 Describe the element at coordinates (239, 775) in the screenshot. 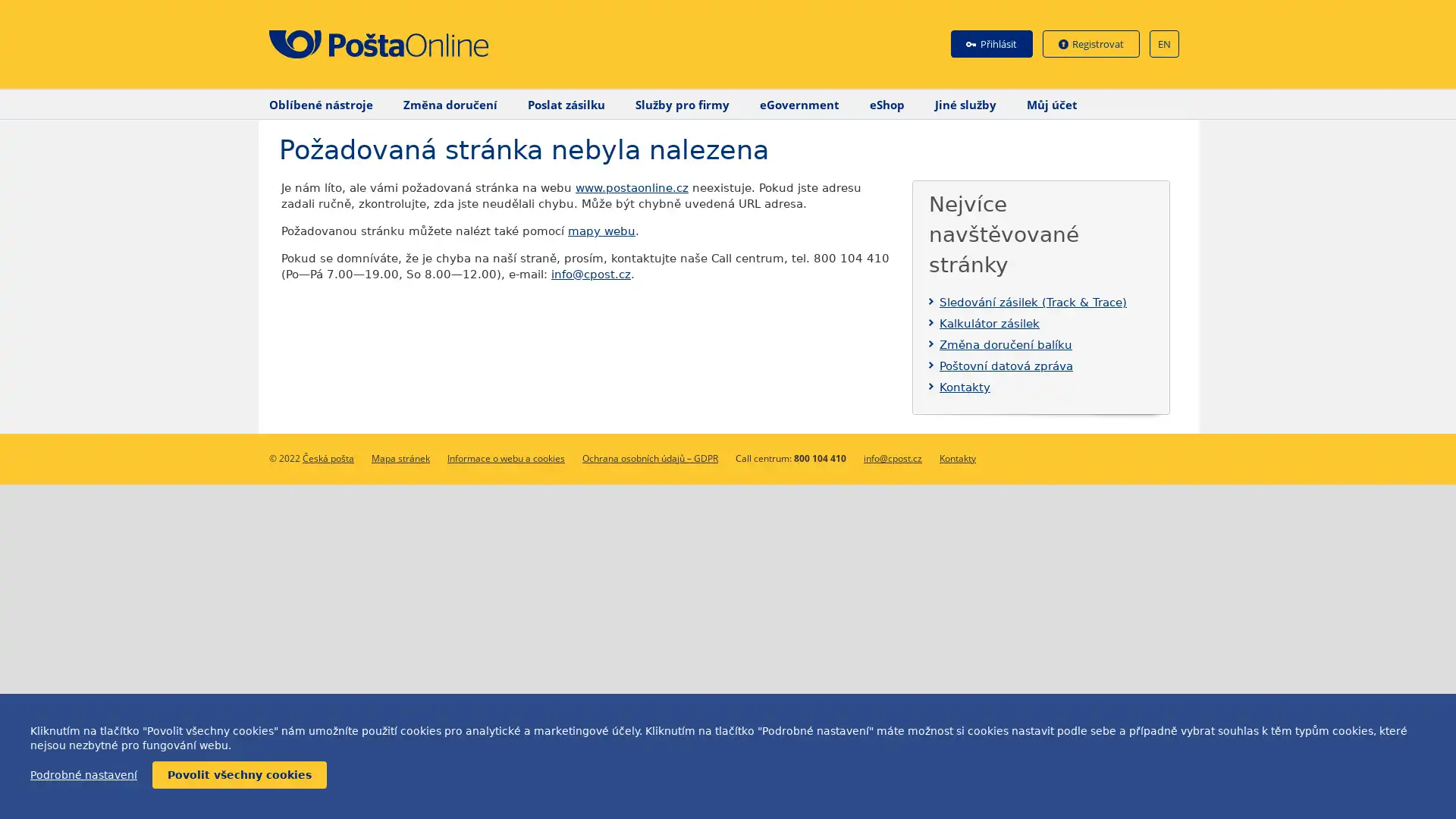

I see `Povolit vsechny cookies` at that location.